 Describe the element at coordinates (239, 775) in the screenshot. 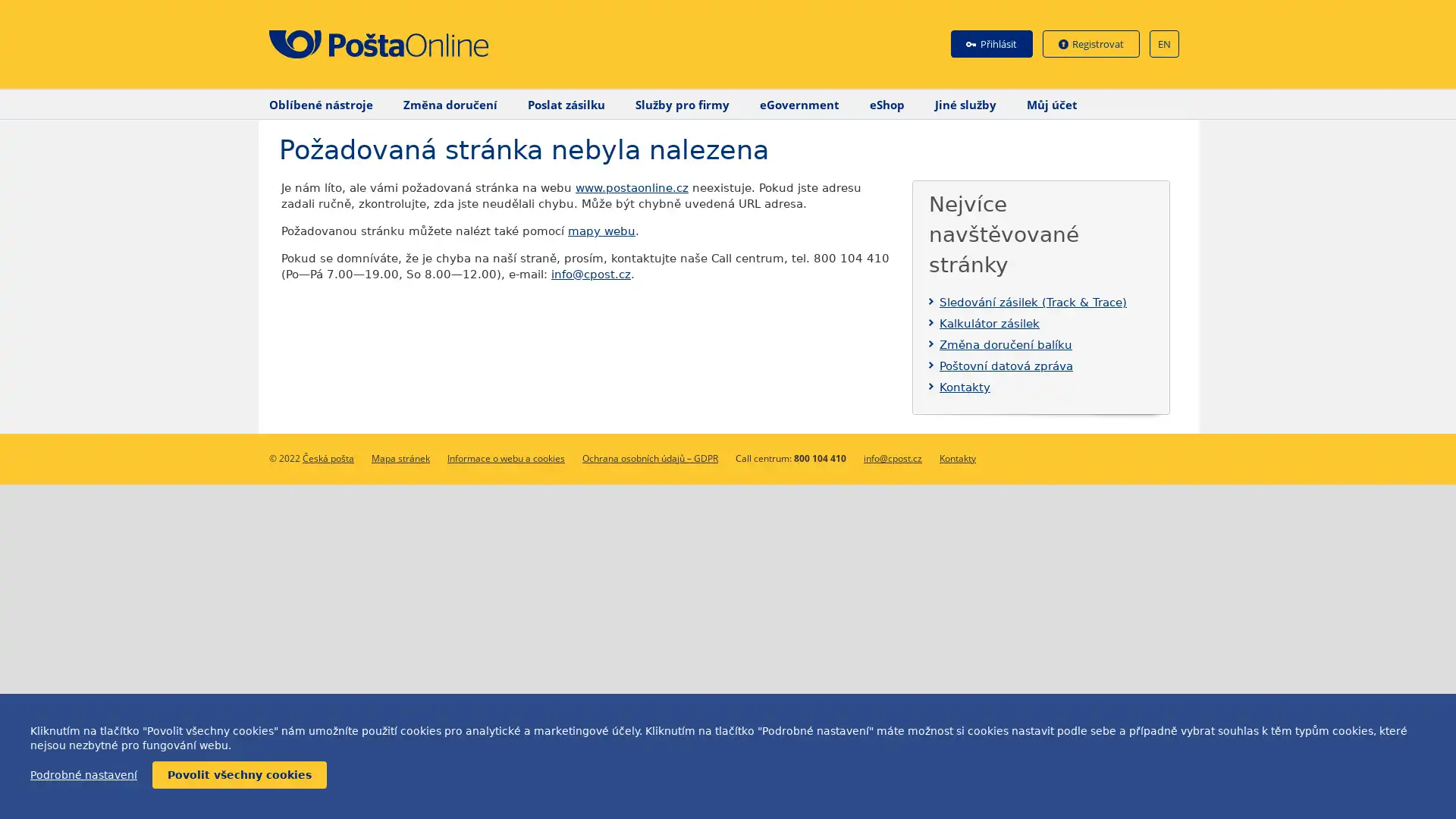

I see `Povolit vsechny cookies` at that location.